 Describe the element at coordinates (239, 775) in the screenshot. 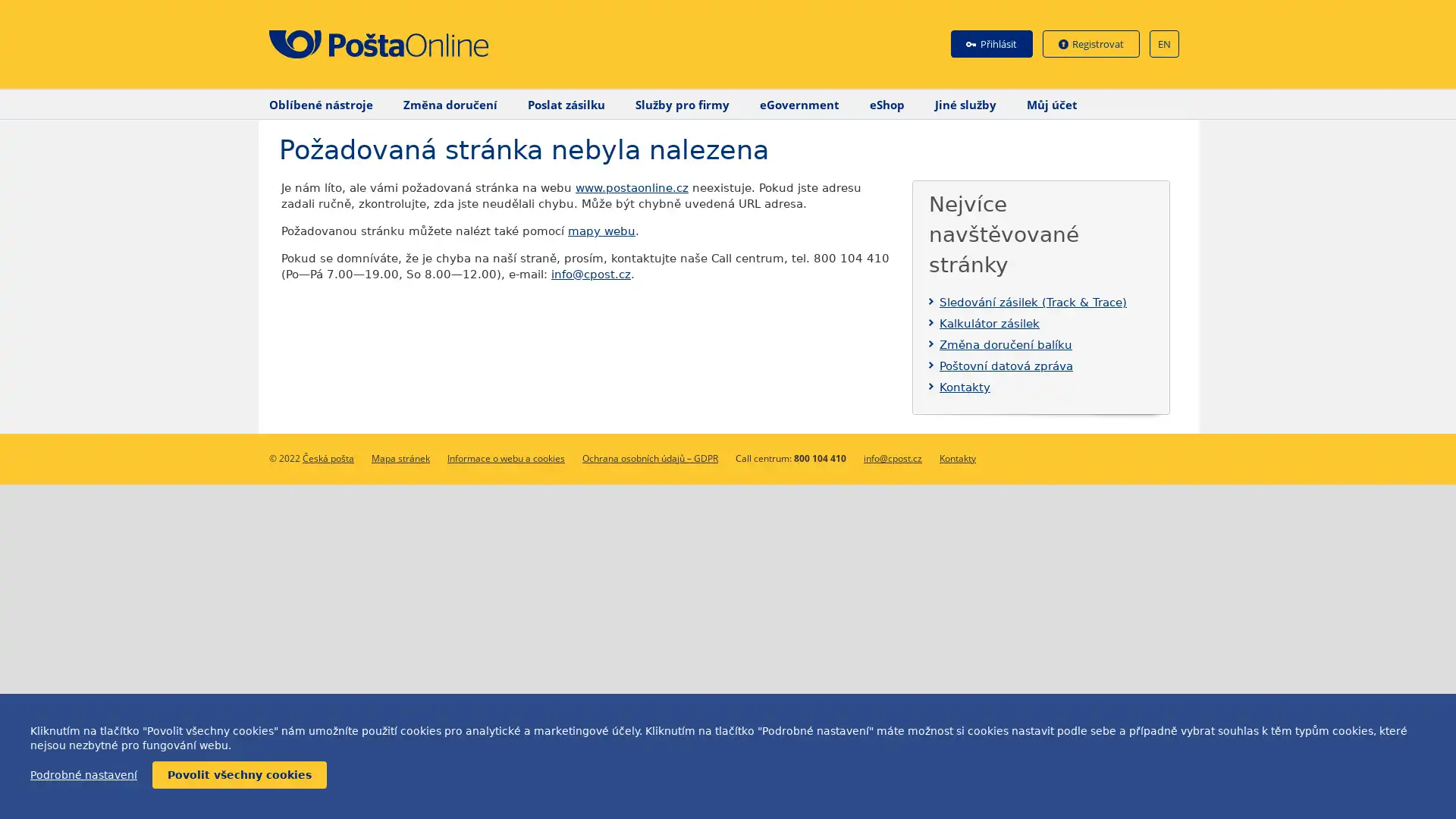

I see `Povolit vsechny cookies` at that location.